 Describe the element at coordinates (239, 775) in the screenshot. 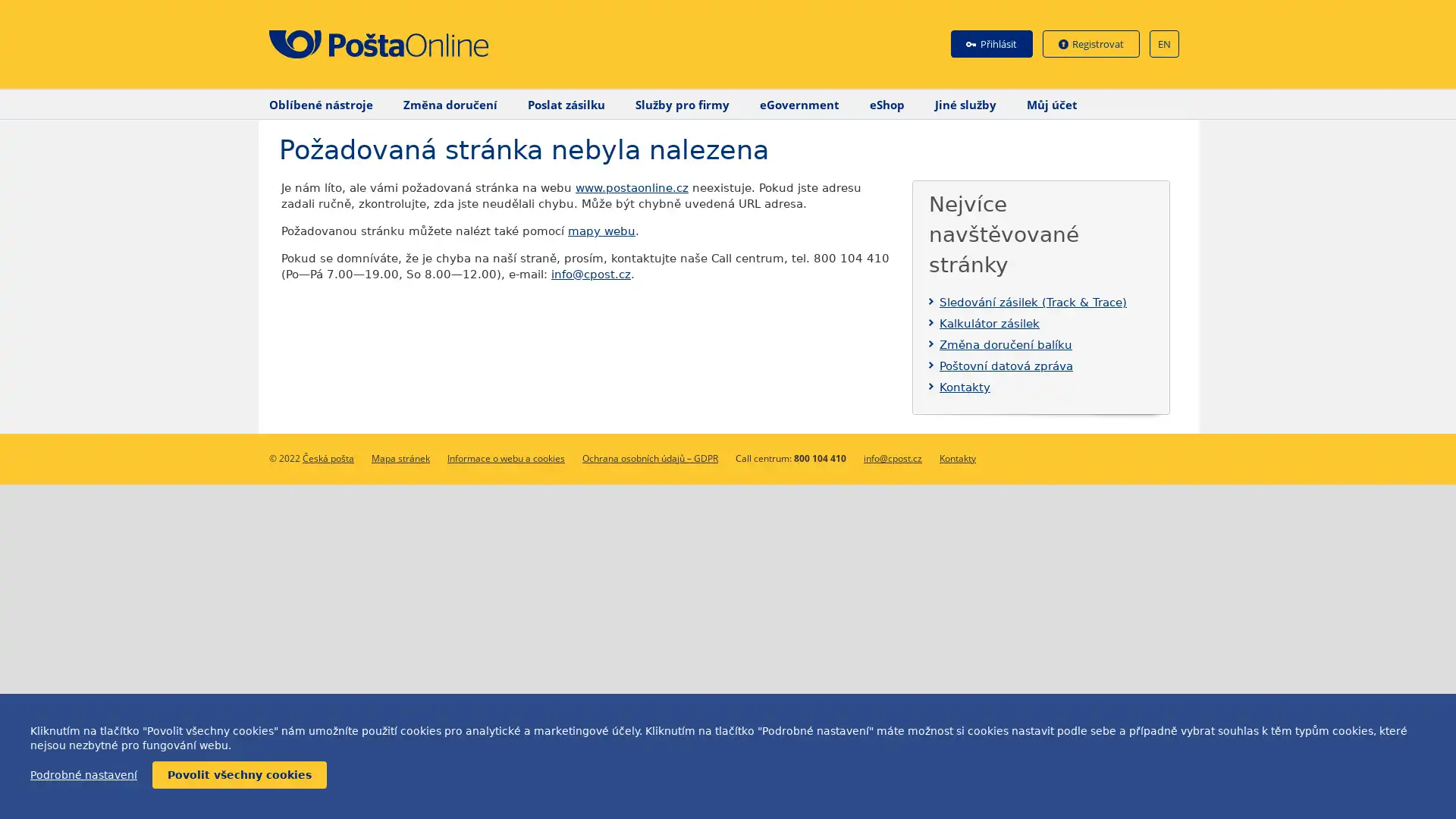

I see `Povolit vsechny cookies` at that location.